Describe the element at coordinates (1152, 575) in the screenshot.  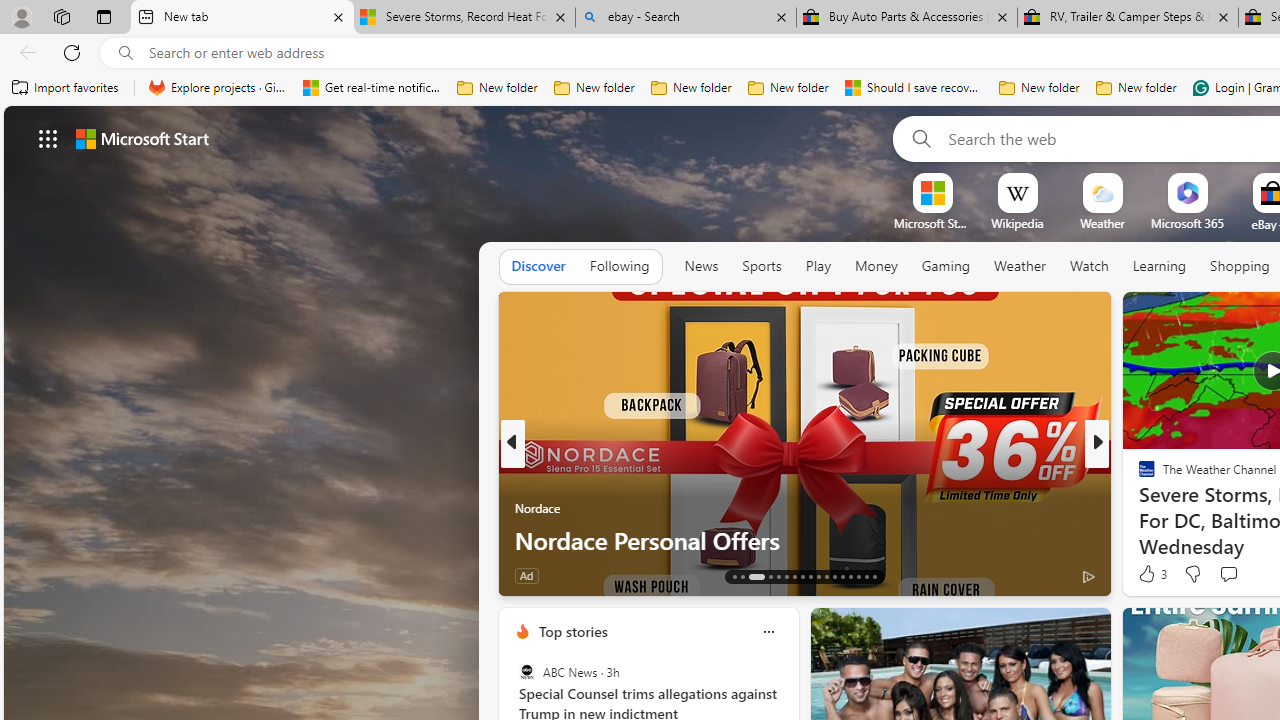
I see `'116 Like'` at that location.